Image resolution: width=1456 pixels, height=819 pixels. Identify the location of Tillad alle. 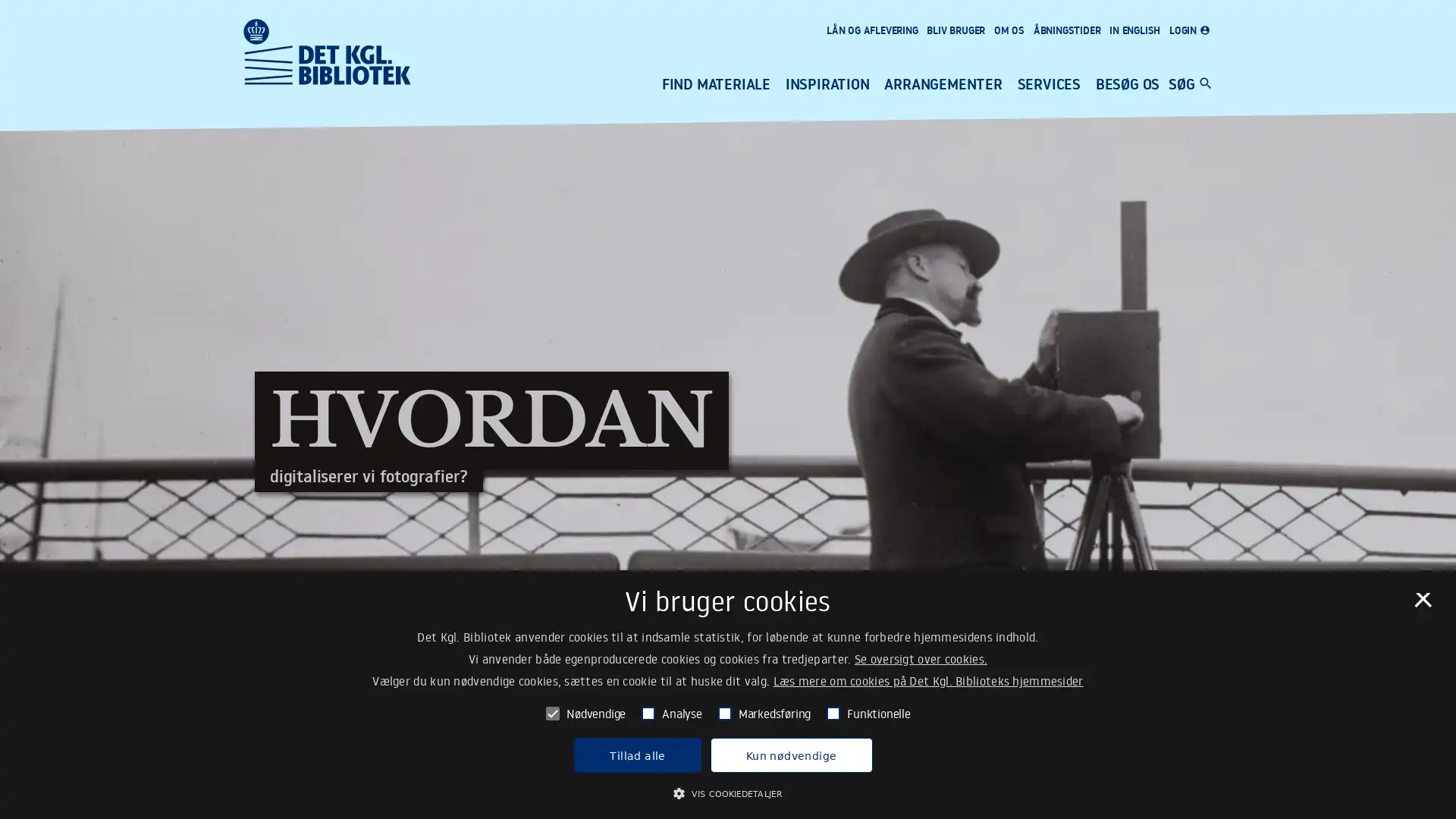
(637, 755).